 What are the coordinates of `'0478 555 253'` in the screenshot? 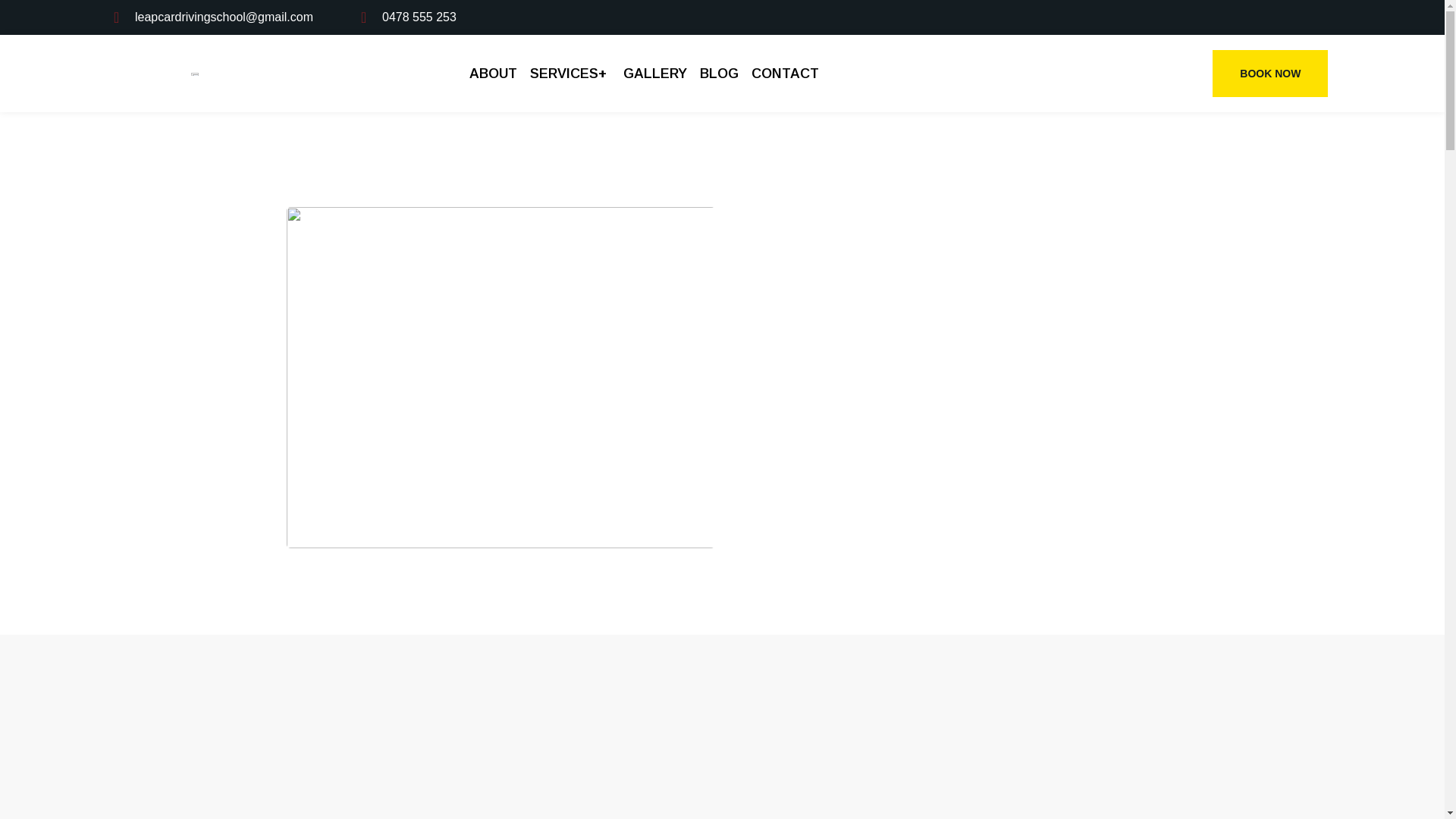 It's located at (408, 17).